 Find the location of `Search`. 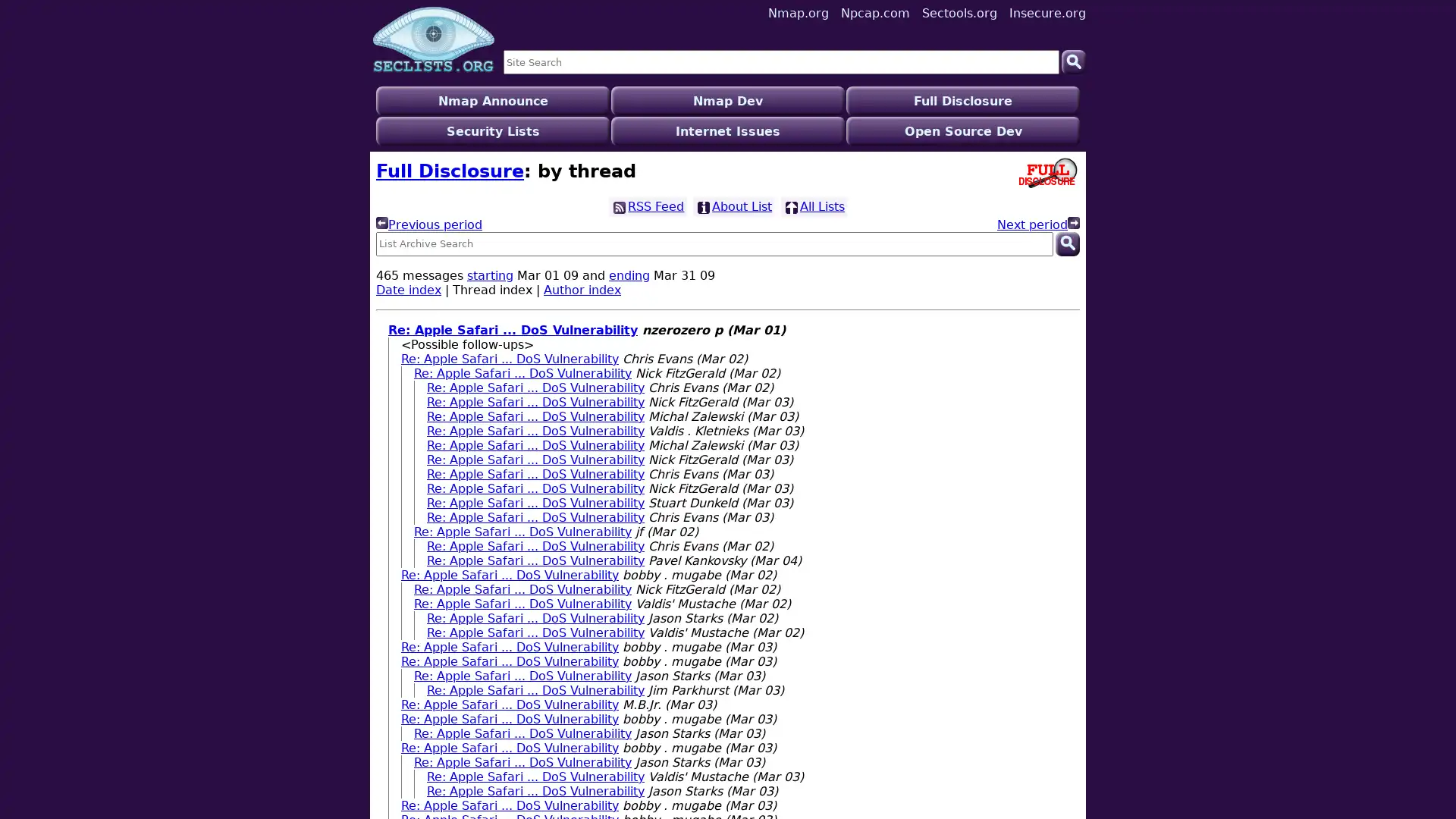

Search is located at coordinates (1073, 61).